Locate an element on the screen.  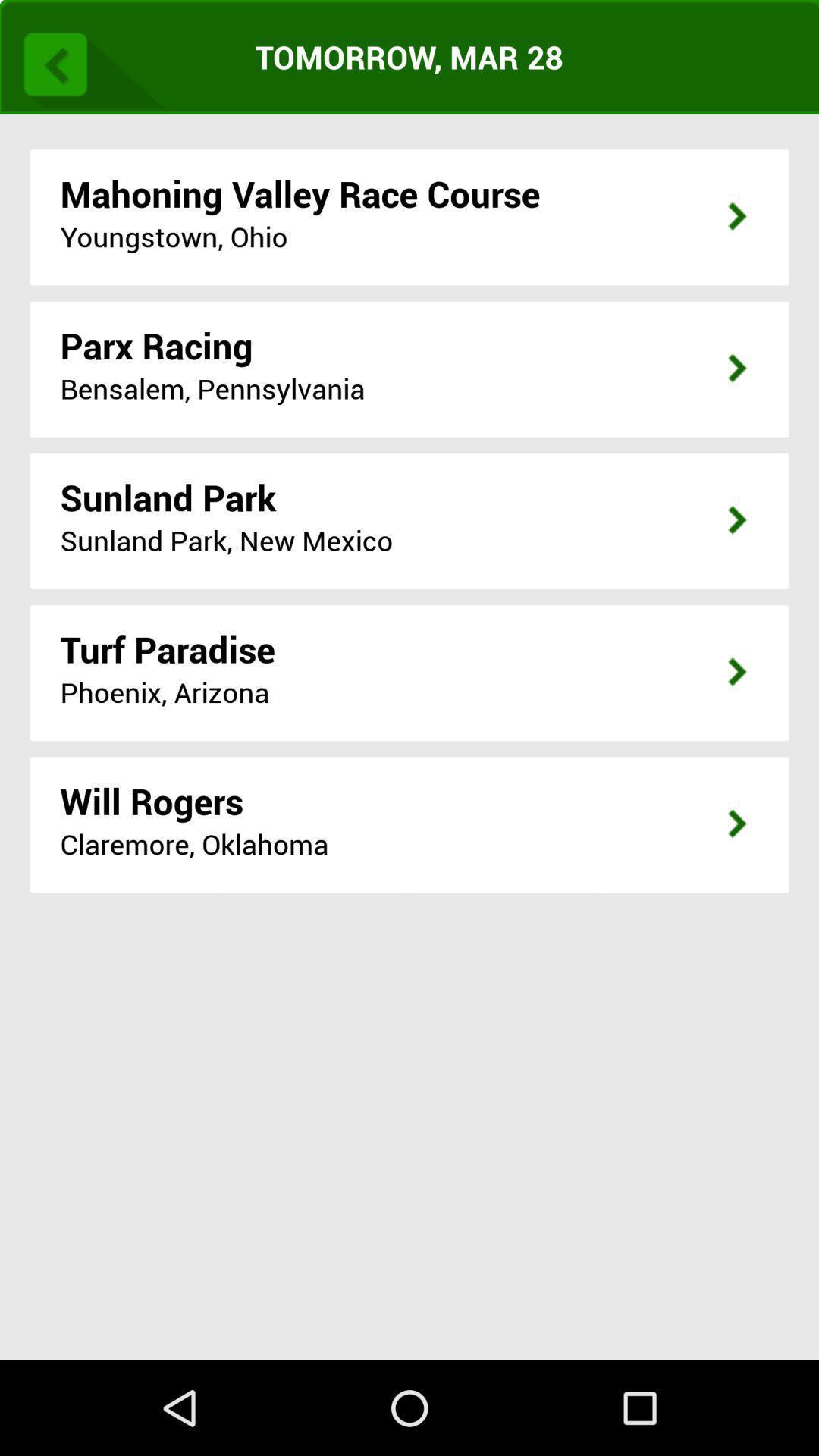
item at the bottom is located at coordinates (409, 1144).